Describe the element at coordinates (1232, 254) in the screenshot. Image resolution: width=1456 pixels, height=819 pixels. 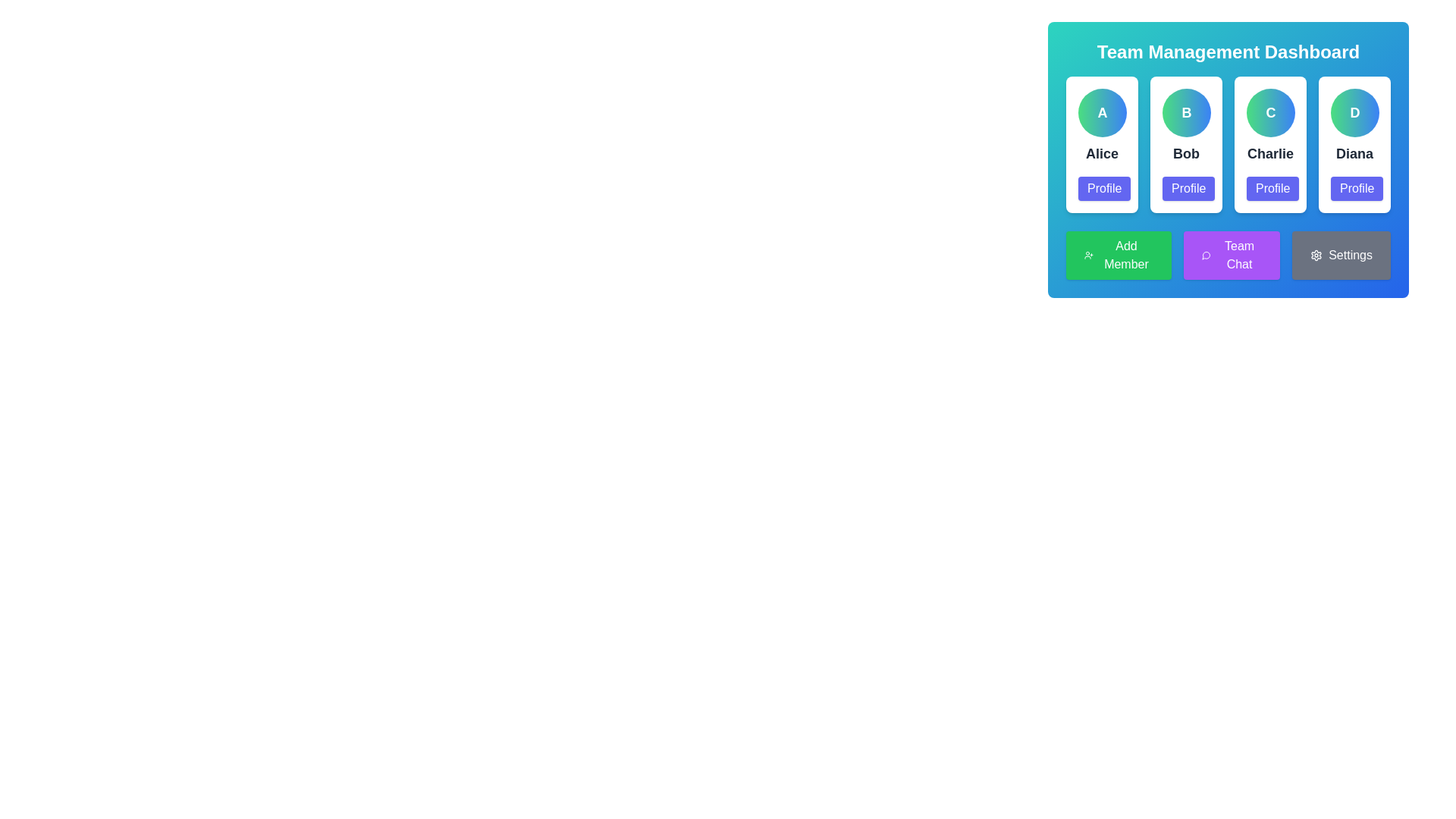
I see `the team chat button located at the bottom center of the panel, positioned between the 'Add Member' button and the 'Settings' button` at that location.